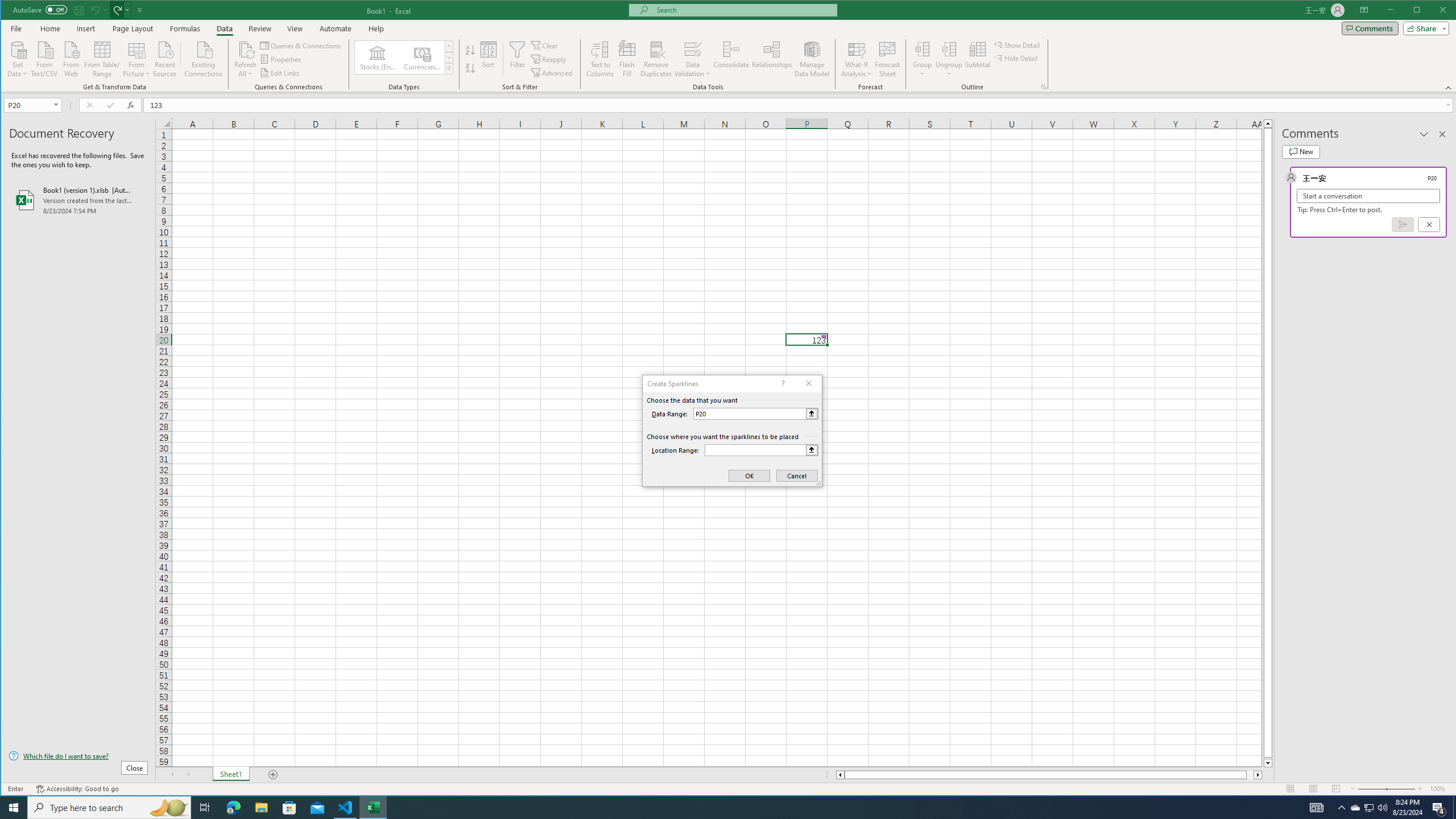 Image resolution: width=1456 pixels, height=819 pixels. I want to click on 'Stocks (English)', so click(378, 57).